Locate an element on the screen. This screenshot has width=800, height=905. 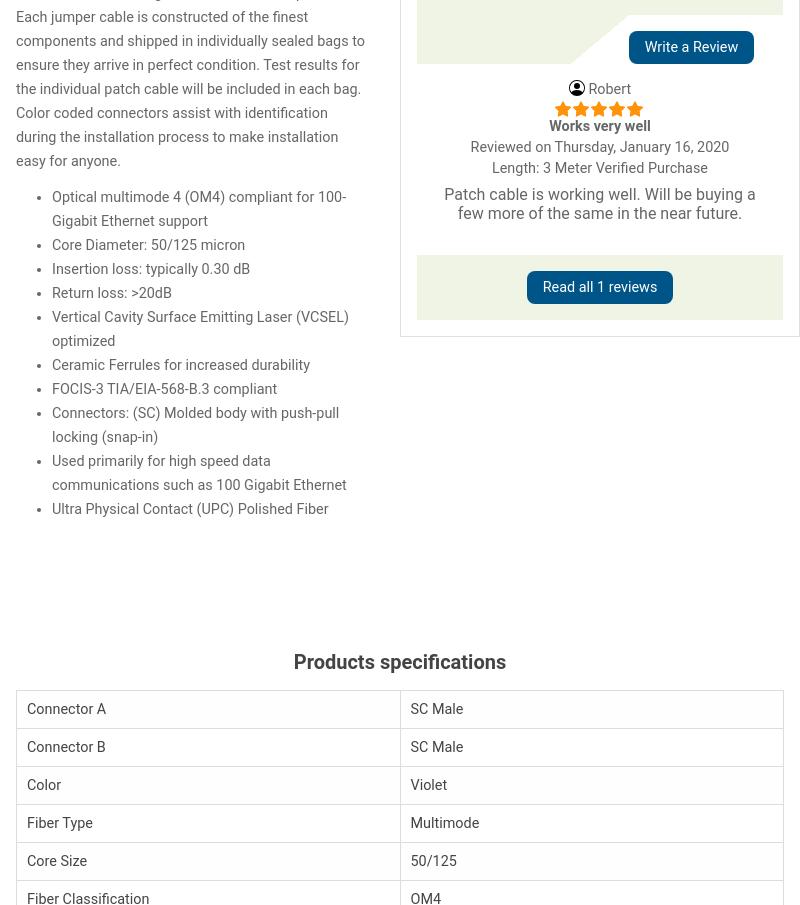
'Ultra Physical Contact (UPC) Polished Fiber' is located at coordinates (189, 507).